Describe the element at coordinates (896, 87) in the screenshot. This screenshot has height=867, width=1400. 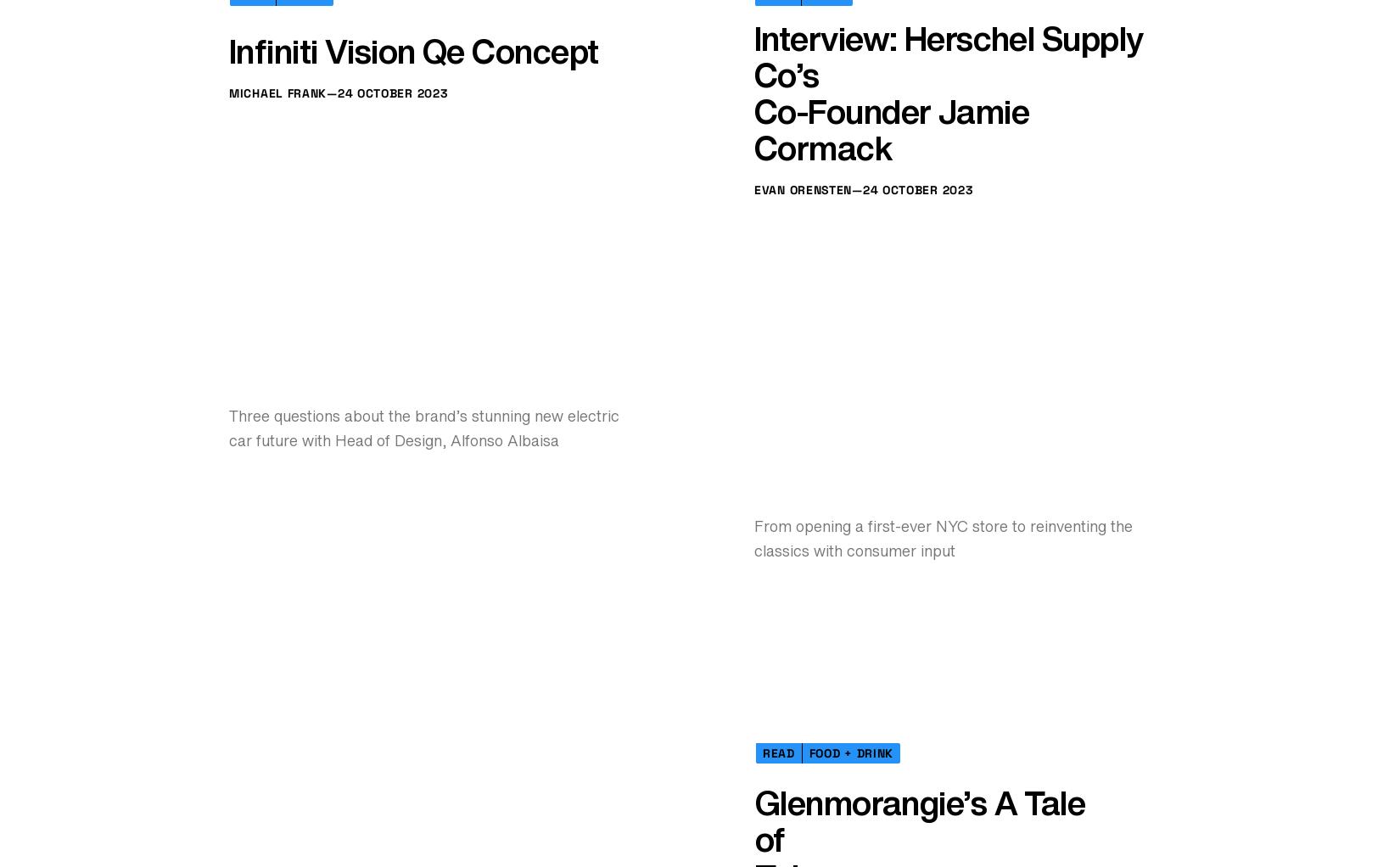
I see `'Inside the ITS Arcademy,'` at that location.